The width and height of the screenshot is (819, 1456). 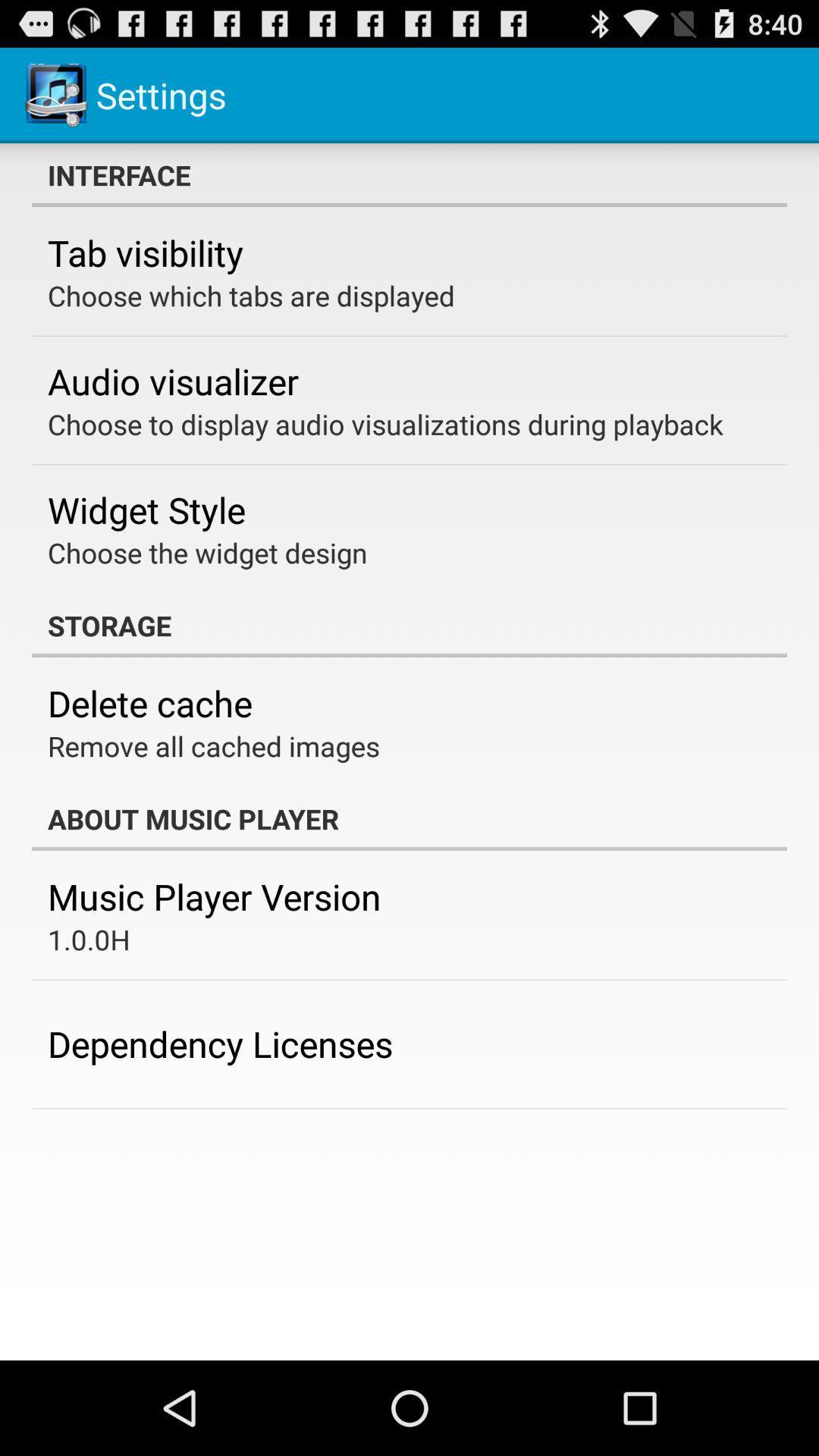 I want to click on dependency licenses, so click(x=220, y=1043).